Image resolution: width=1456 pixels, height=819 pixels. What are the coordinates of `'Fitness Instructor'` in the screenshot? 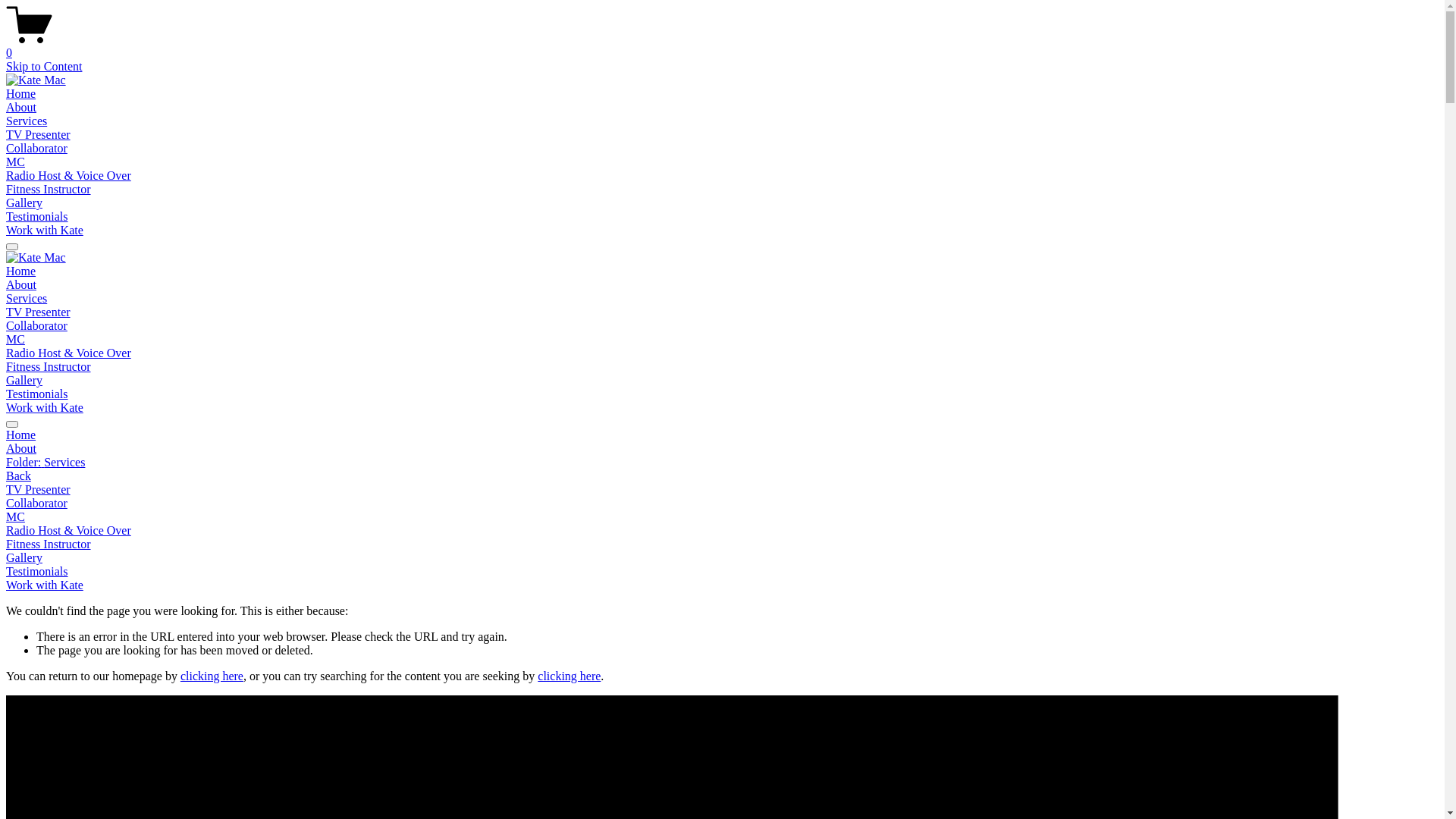 It's located at (6, 188).